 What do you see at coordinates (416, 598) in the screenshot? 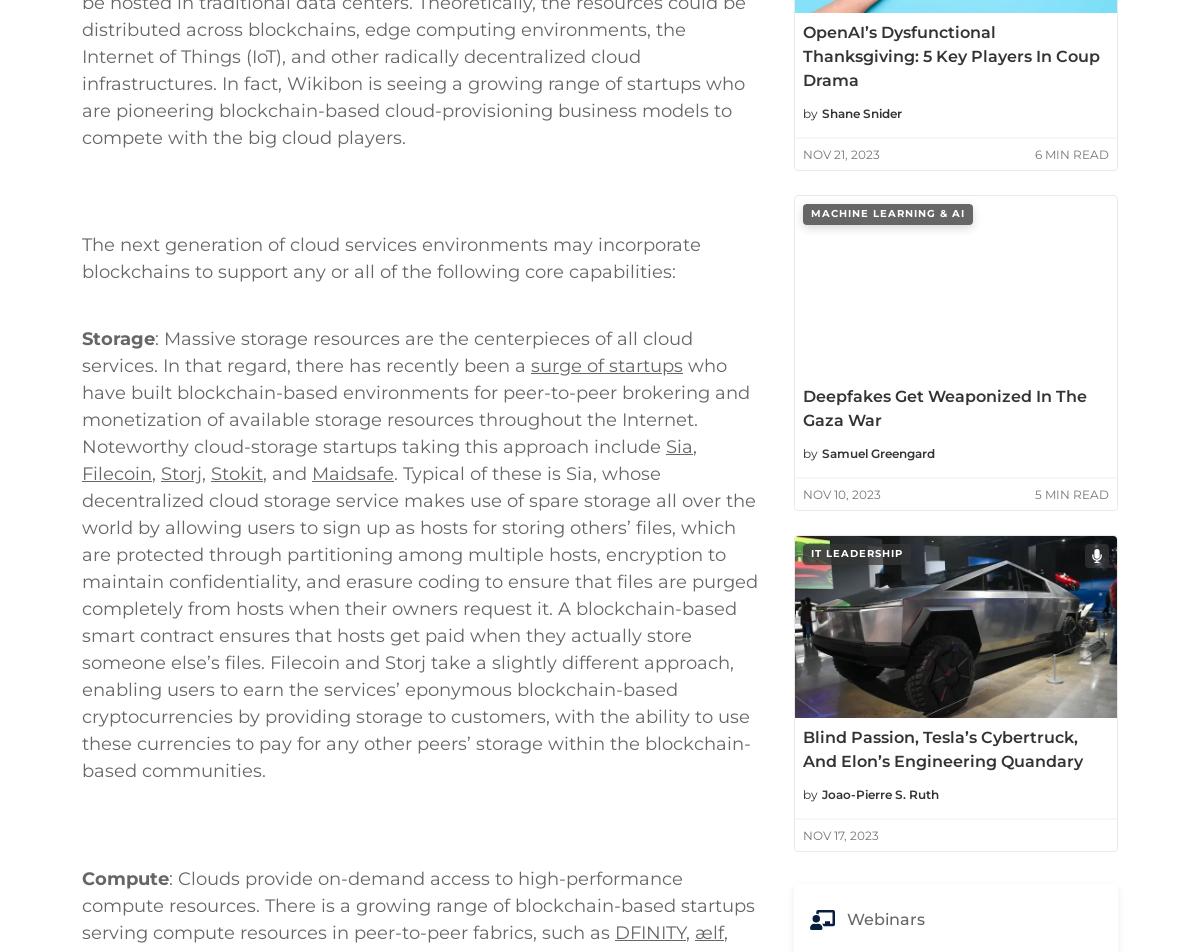
I see `'who have built blockchain-based environments for peer-to-peer brokering and monetization of available storage resources throughout the Internet. Noteworthy cloud-storage startups taking this approach include'` at bounding box center [416, 598].